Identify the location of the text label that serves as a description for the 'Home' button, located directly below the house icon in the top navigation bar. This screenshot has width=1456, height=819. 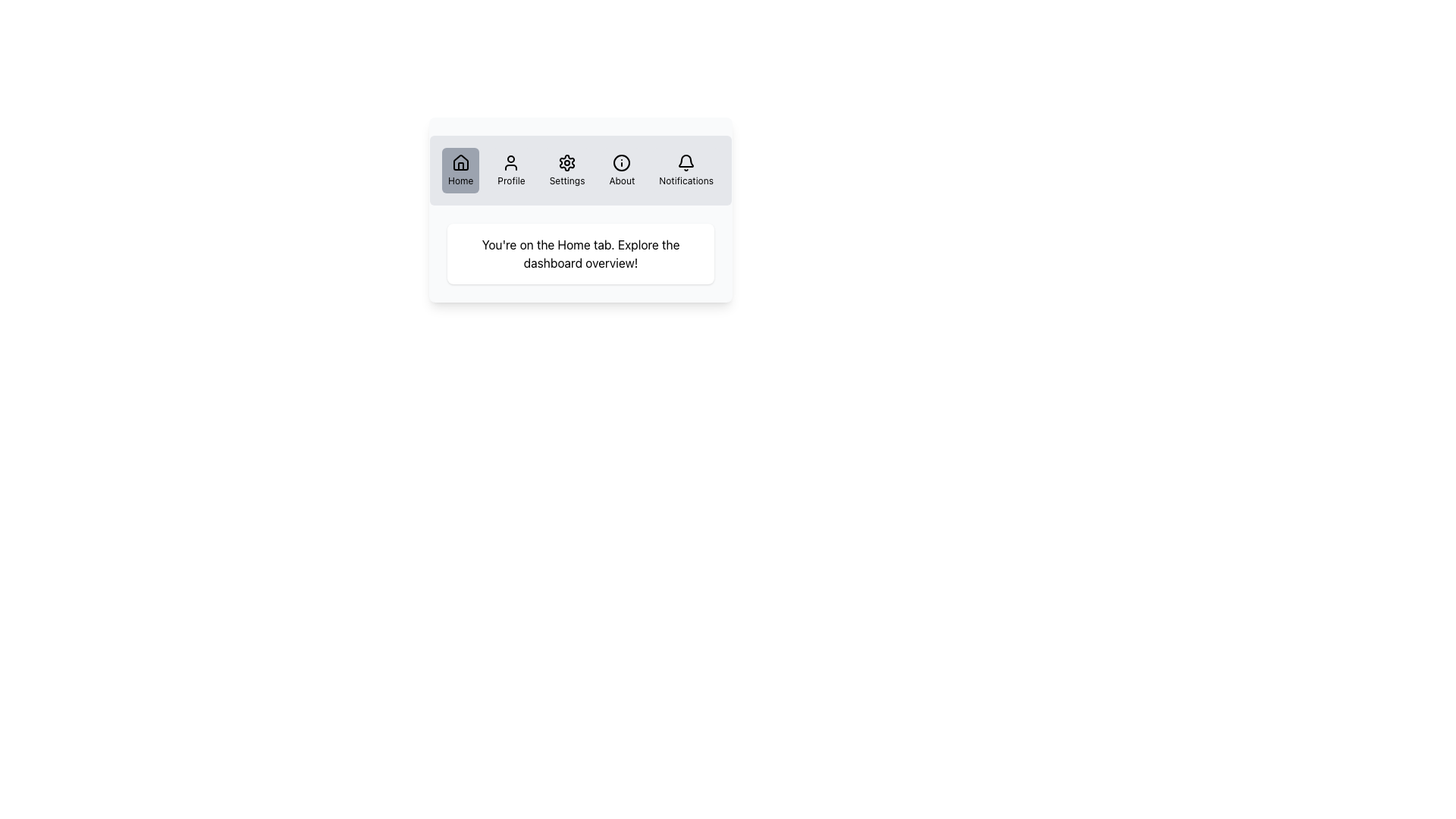
(460, 180).